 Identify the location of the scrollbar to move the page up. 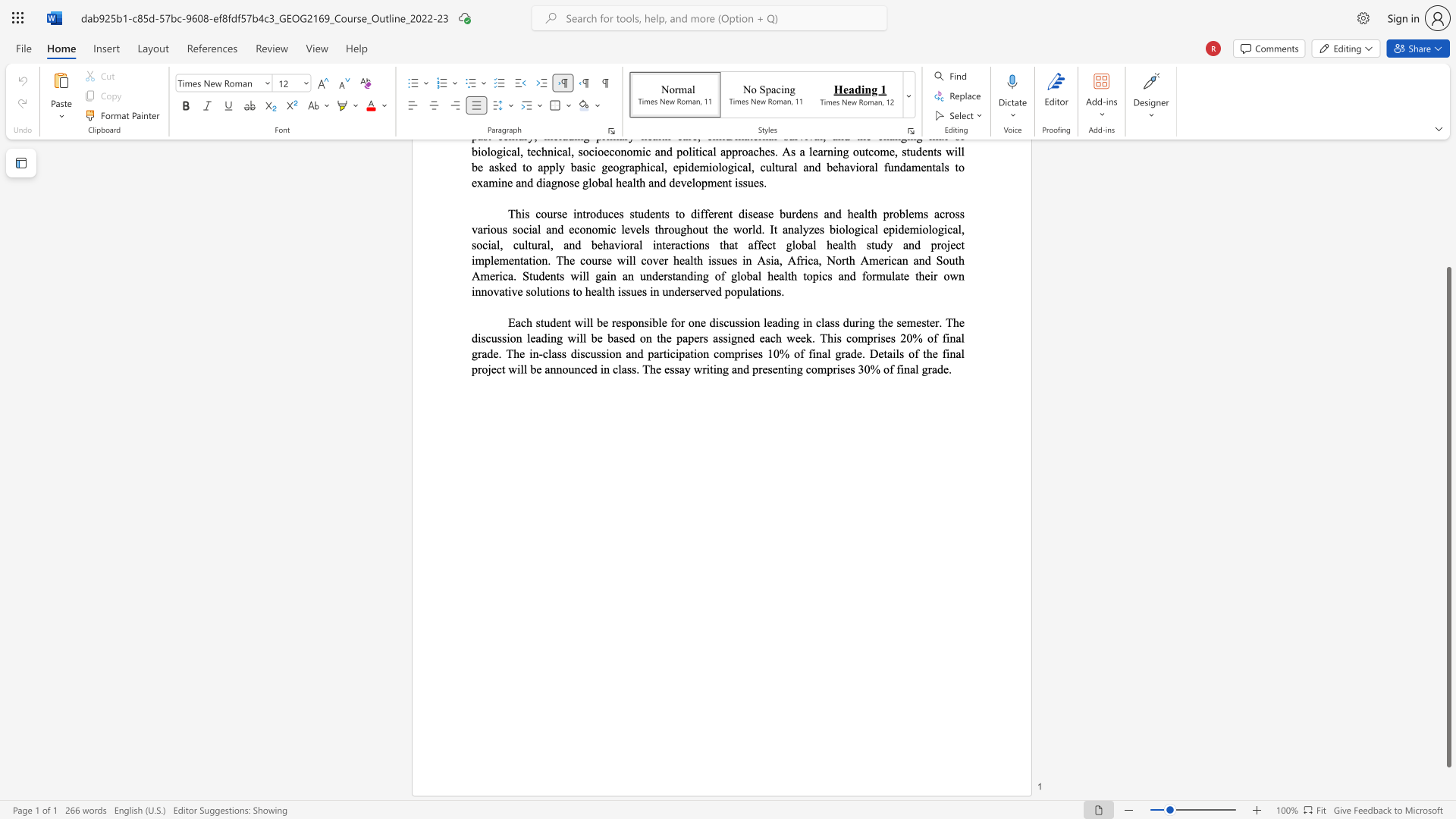
(1448, 166).